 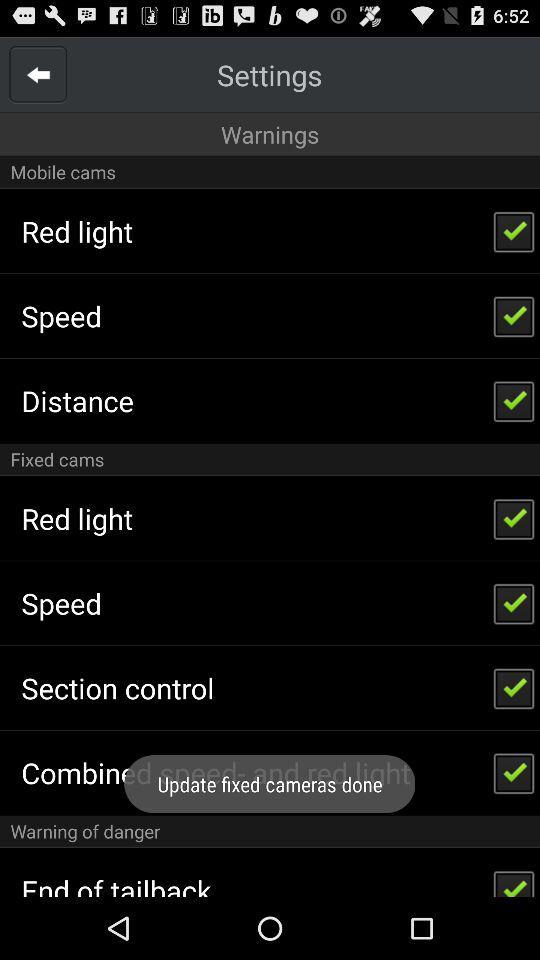 What do you see at coordinates (38, 74) in the screenshot?
I see `back to` at bounding box center [38, 74].